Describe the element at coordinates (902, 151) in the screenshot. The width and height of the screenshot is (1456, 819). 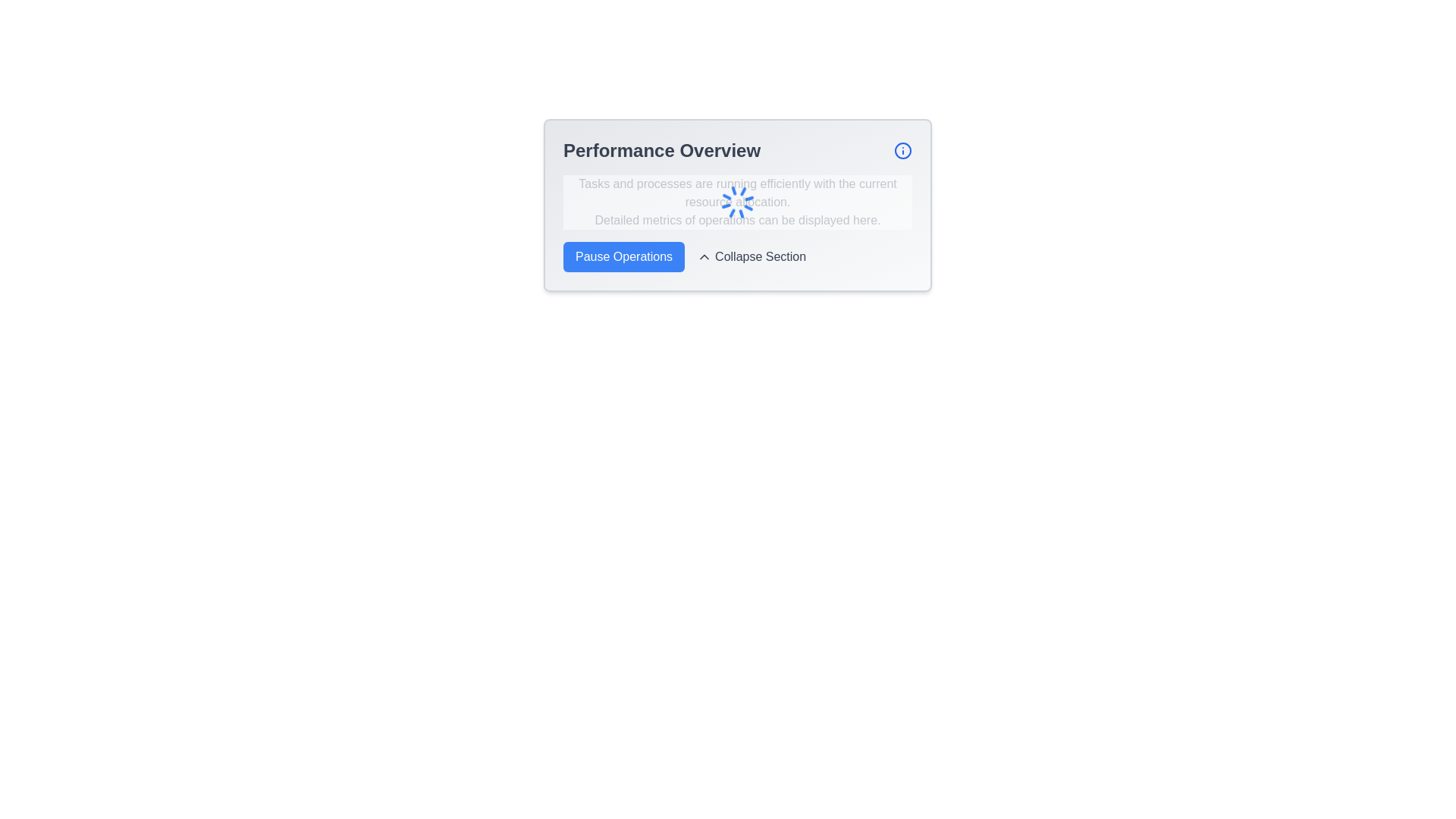
I see `the decorative icon in the top-right corner of the 'Performance Overview' panel, which points users towards additional resources or insights` at that location.